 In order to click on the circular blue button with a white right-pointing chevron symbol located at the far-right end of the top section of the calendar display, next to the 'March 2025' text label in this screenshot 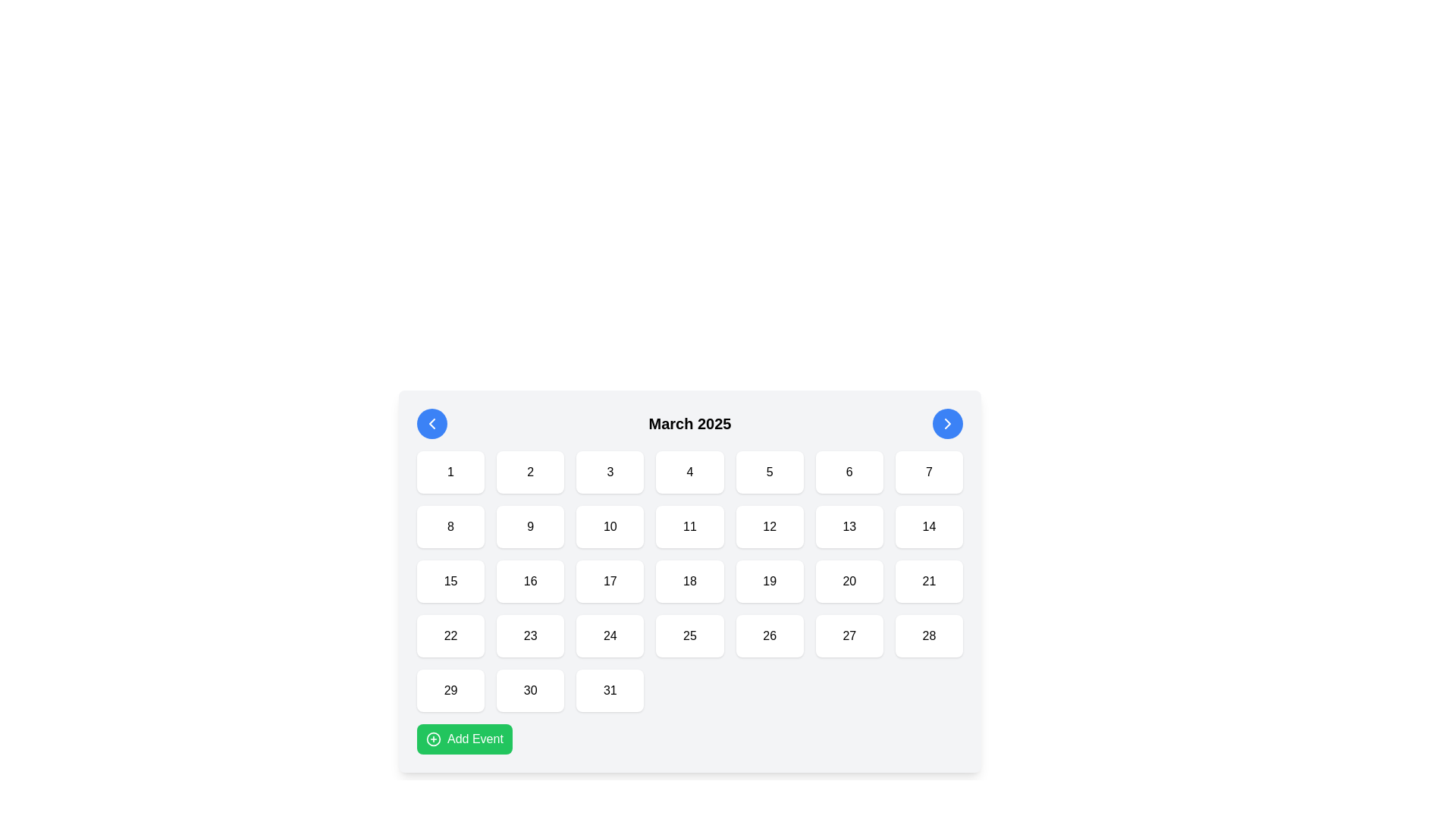, I will do `click(946, 424)`.